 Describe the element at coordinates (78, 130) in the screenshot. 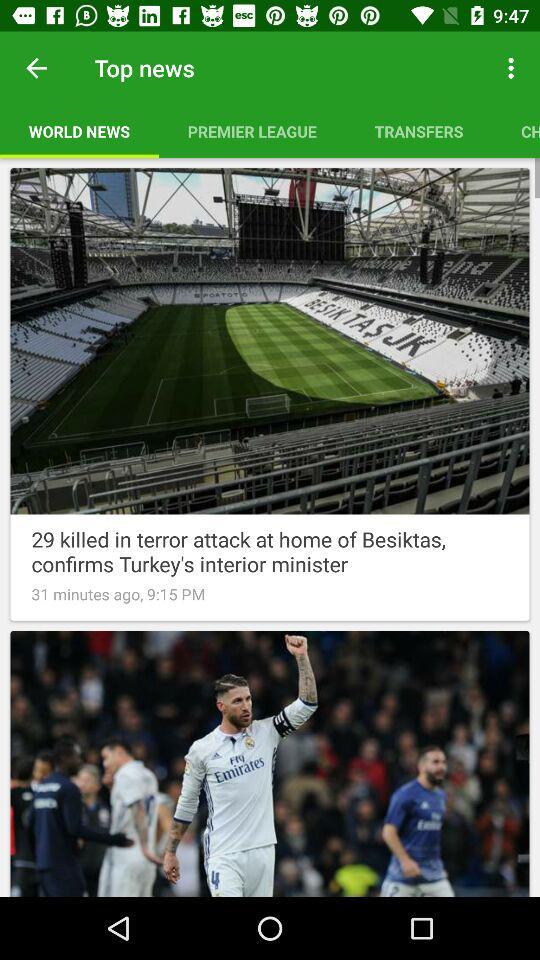

I see `the item to the left of the premier league item` at that location.